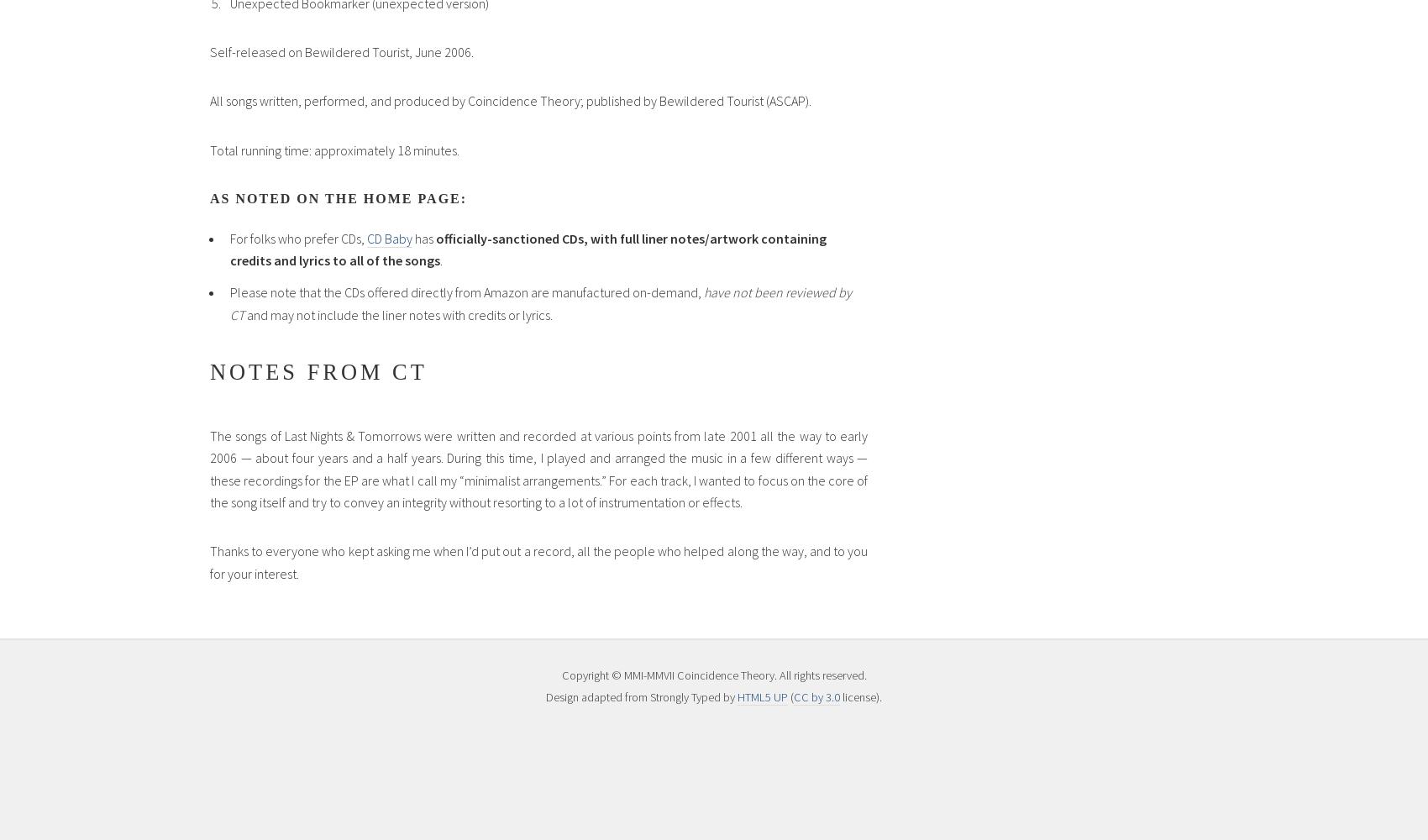 Image resolution: width=1428 pixels, height=840 pixels. Describe the element at coordinates (538, 469) in the screenshot. I see `'were written and recorded at various points from late 2001 all the way to early 2006 — about four years and a half years.  During this time, I played and arranged the music in a few different ways — these recordings for the EP are what I call my “minimalist arrangements.” For each track, I wanted to focus on the core of the song itself and try to convey an integrity without resorting to a lot of instrumentation or effects.'` at that location.